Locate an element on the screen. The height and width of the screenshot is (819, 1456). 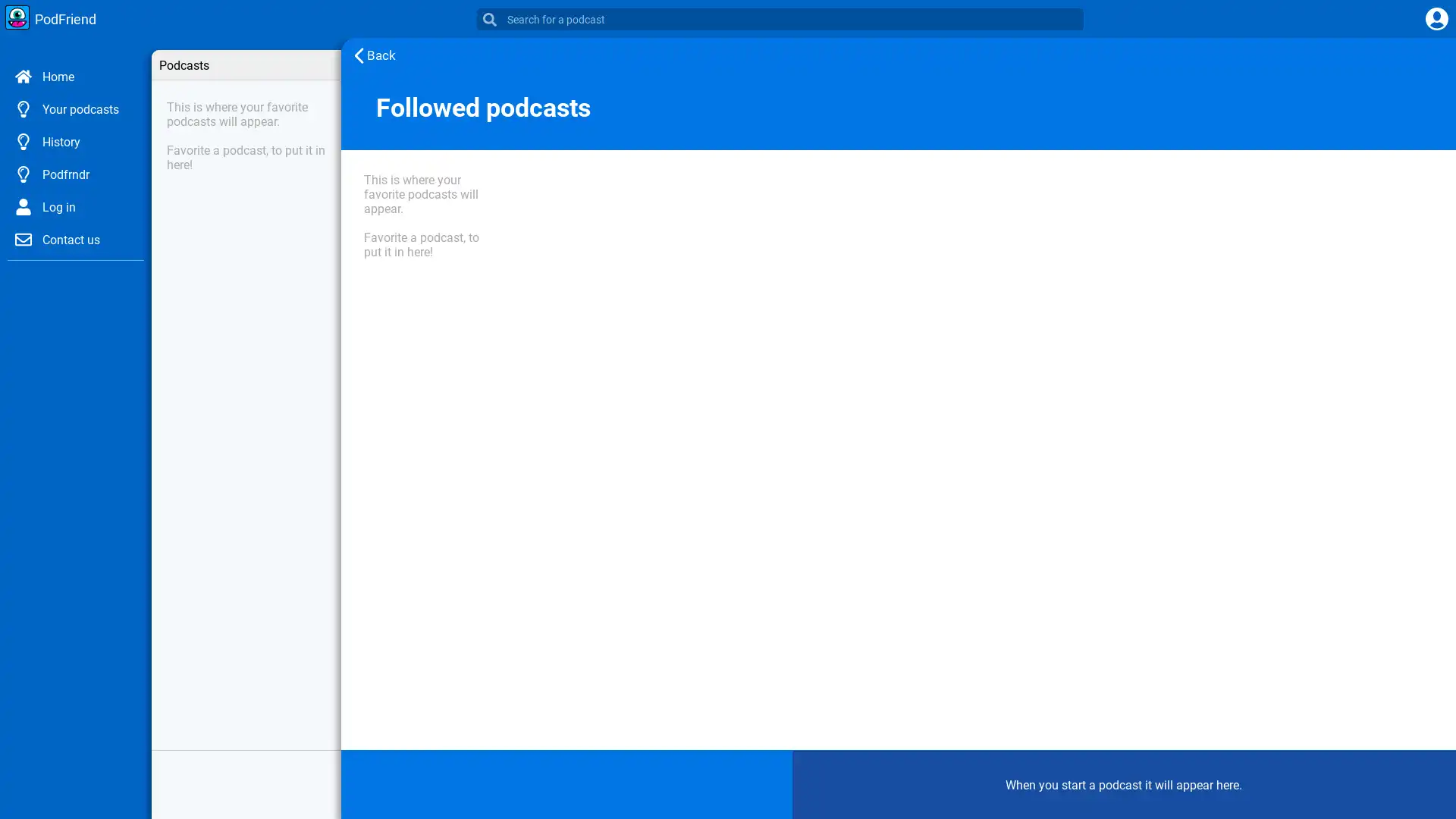
Back is located at coordinates (370, 55).